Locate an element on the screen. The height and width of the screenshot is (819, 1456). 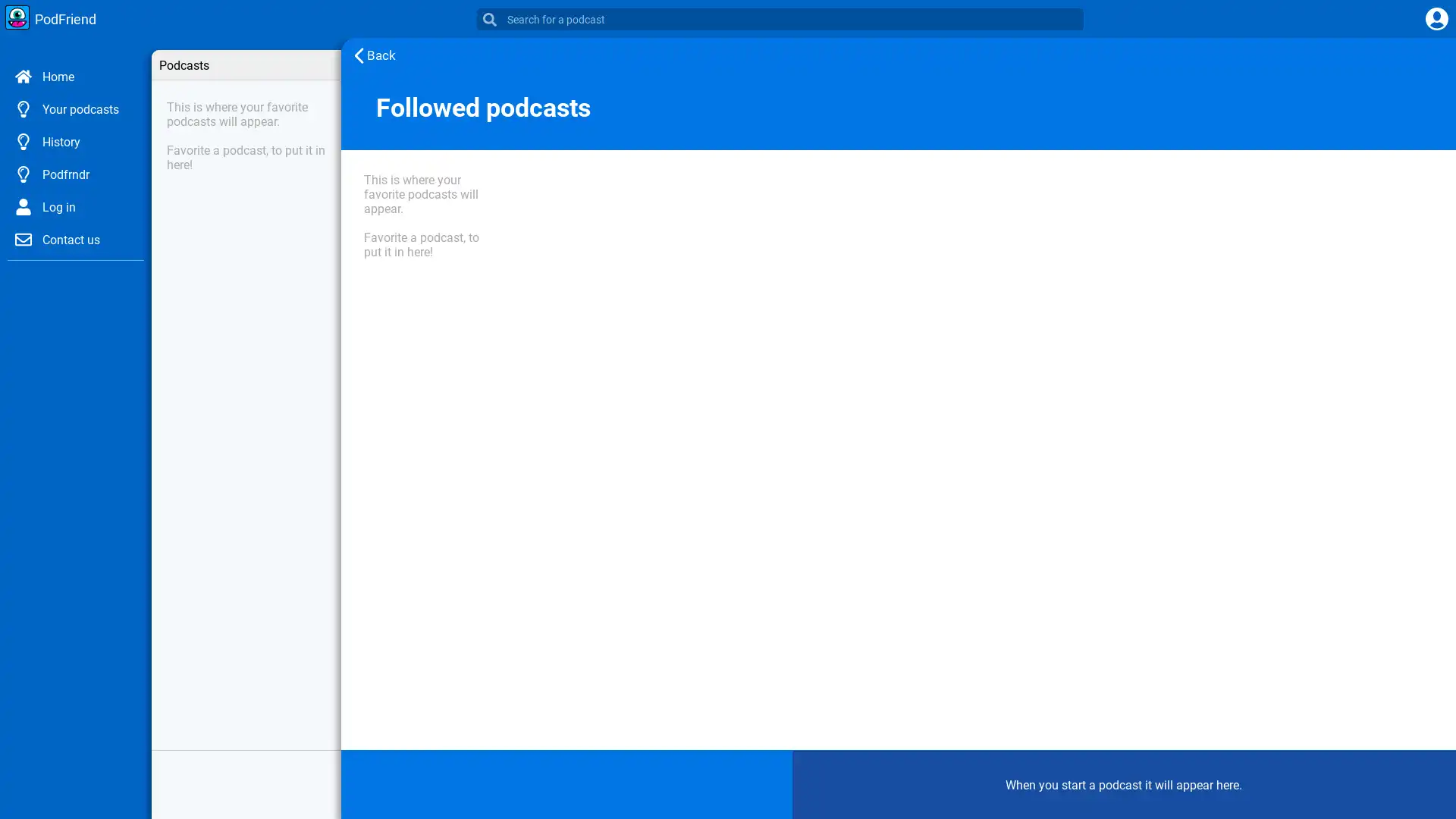
Back is located at coordinates (370, 55).